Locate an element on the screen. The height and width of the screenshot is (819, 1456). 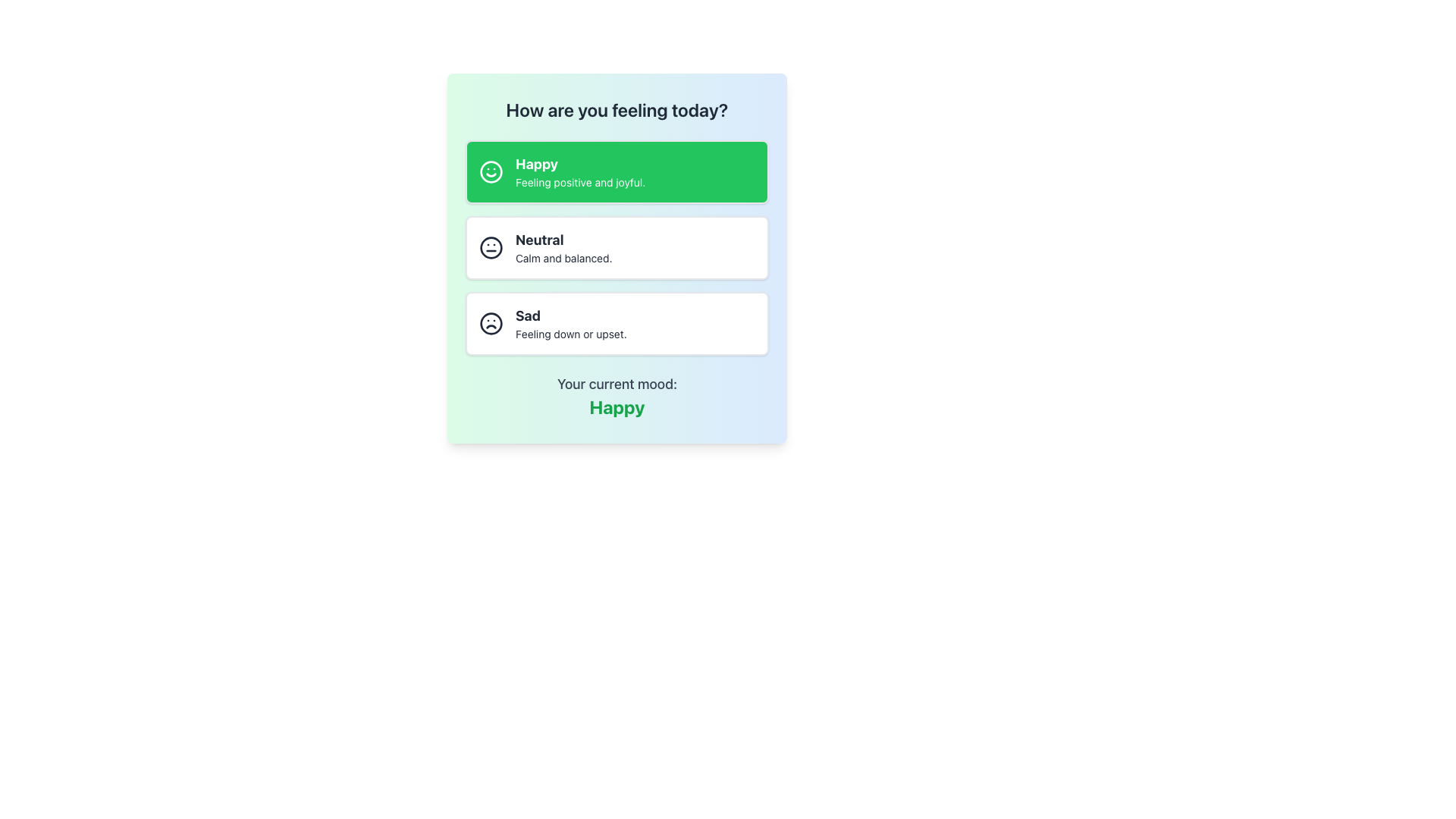
the SVG icon representing a frowning face, located in the third selection option labeled 'Sad' within the mood selection interface is located at coordinates (491, 323).